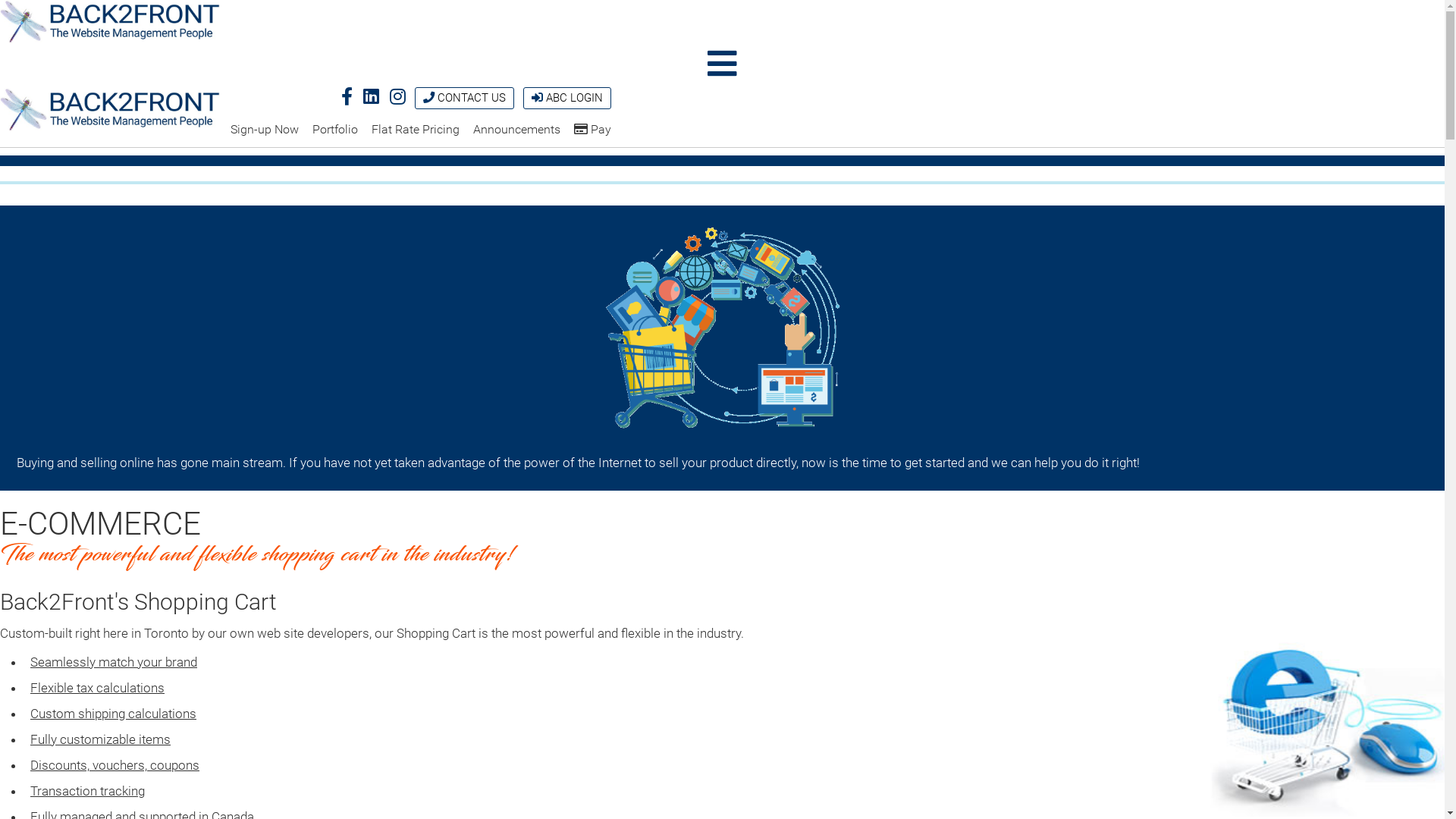 The width and height of the screenshot is (1456, 819). Describe the element at coordinates (112, 714) in the screenshot. I see `'Custom shipping calculations'` at that location.